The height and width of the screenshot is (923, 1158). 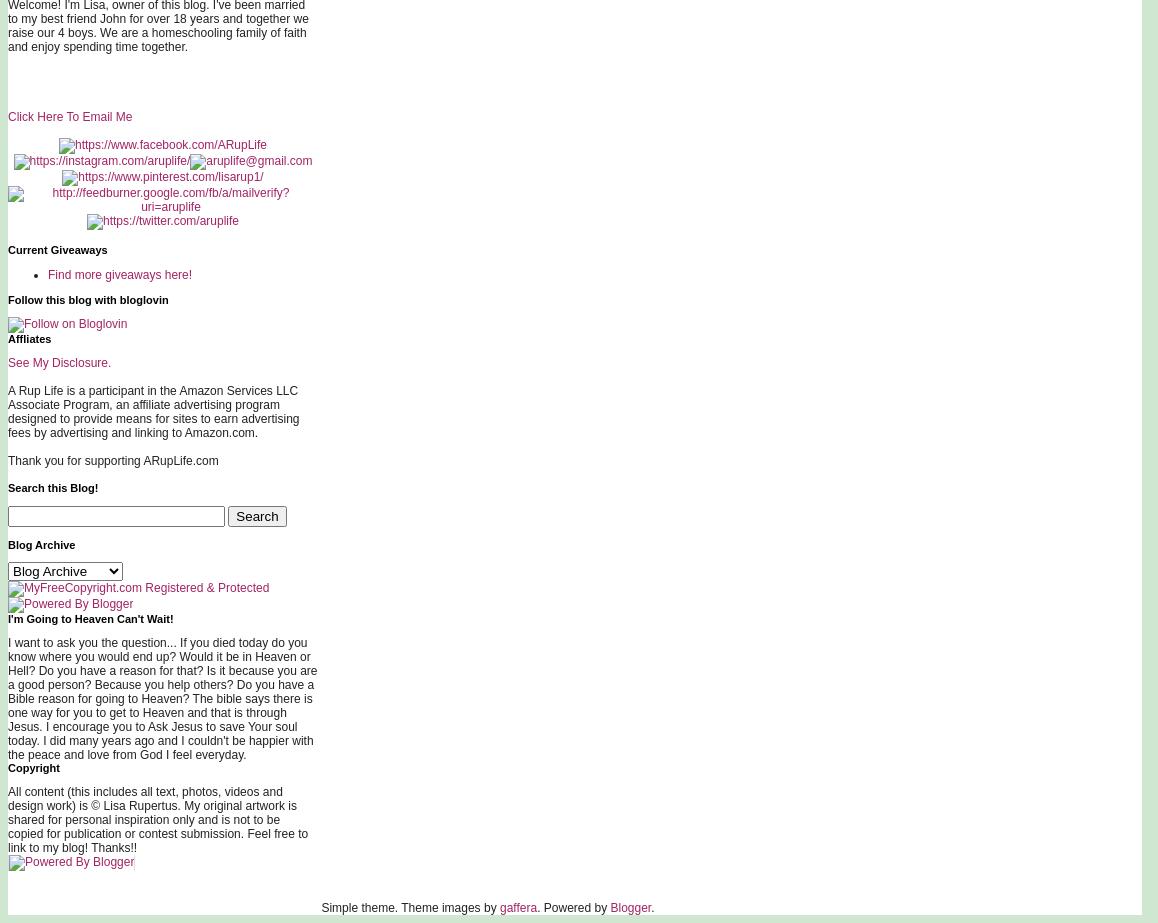 What do you see at coordinates (118, 274) in the screenshot?
I see `'Find more giveaways here!'` at bounding box center [118, 274].